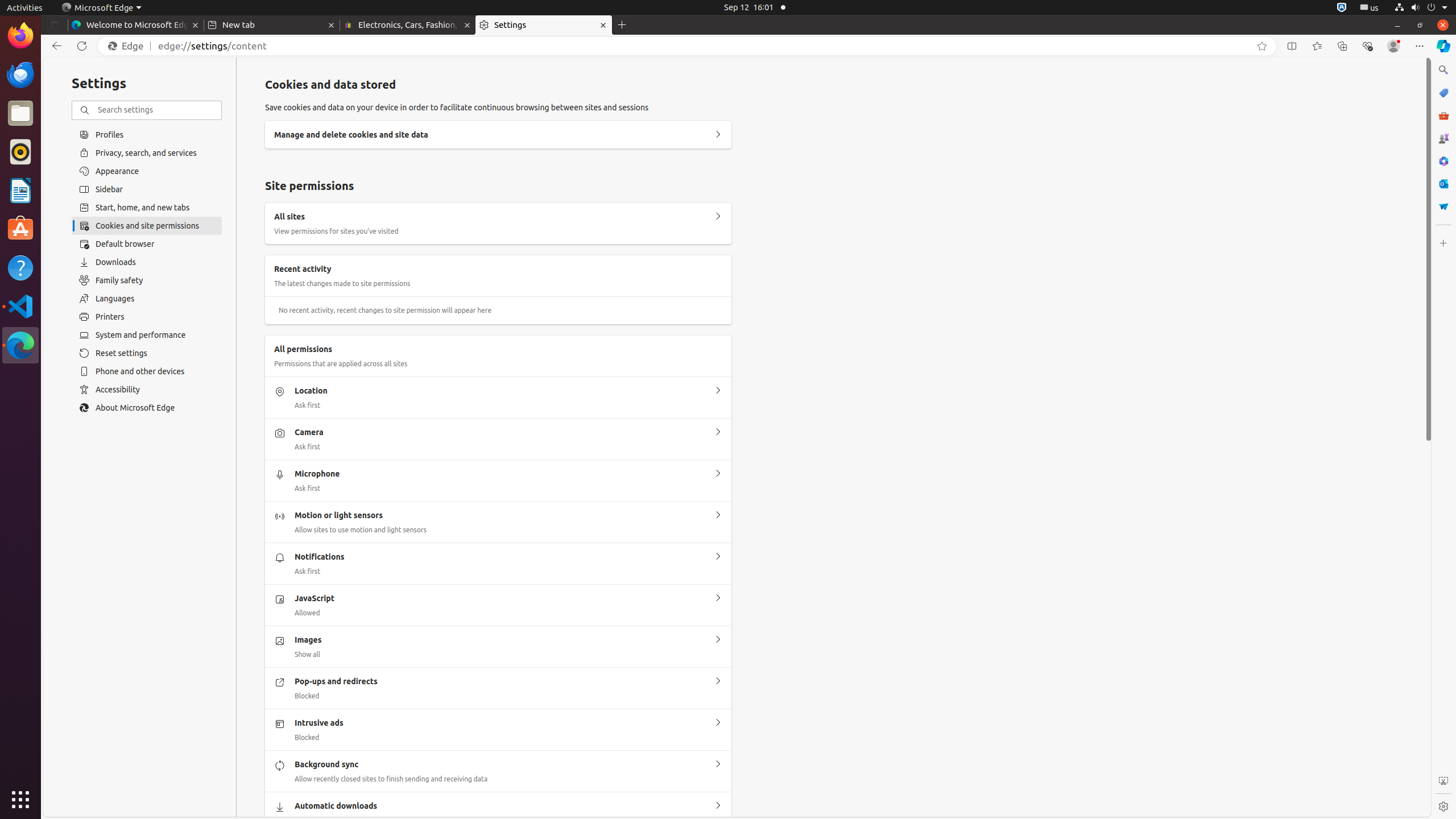 The height and width of the screenshot is (819, 1456). What do you see at coordinates (408, 24) in the screenshot?
I see `'Electronics, Cars, Fashion, Collectibles & More | eBay'` at bounding box center [408, 24].